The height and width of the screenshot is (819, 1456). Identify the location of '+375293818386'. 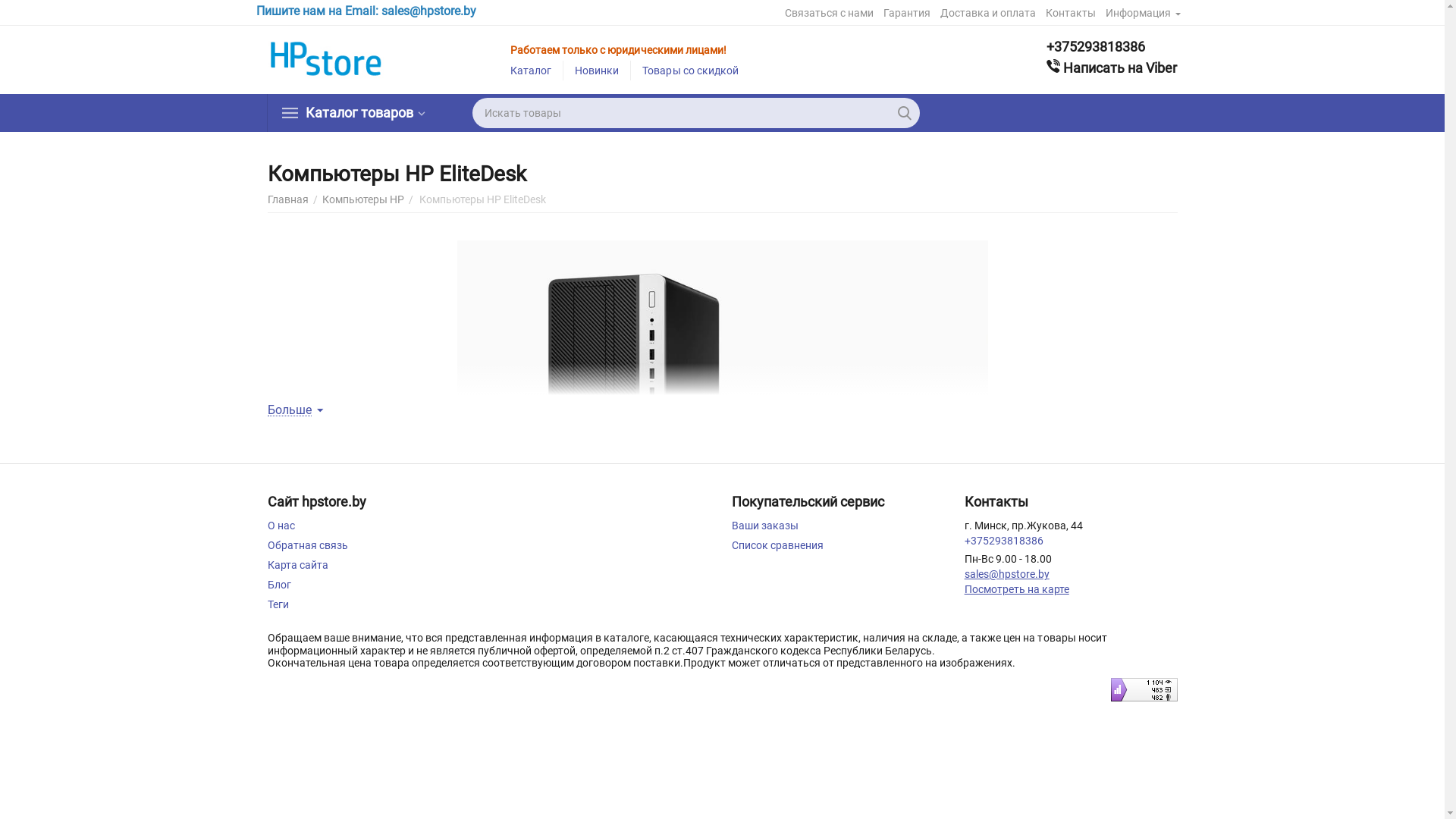
(1111, 45).